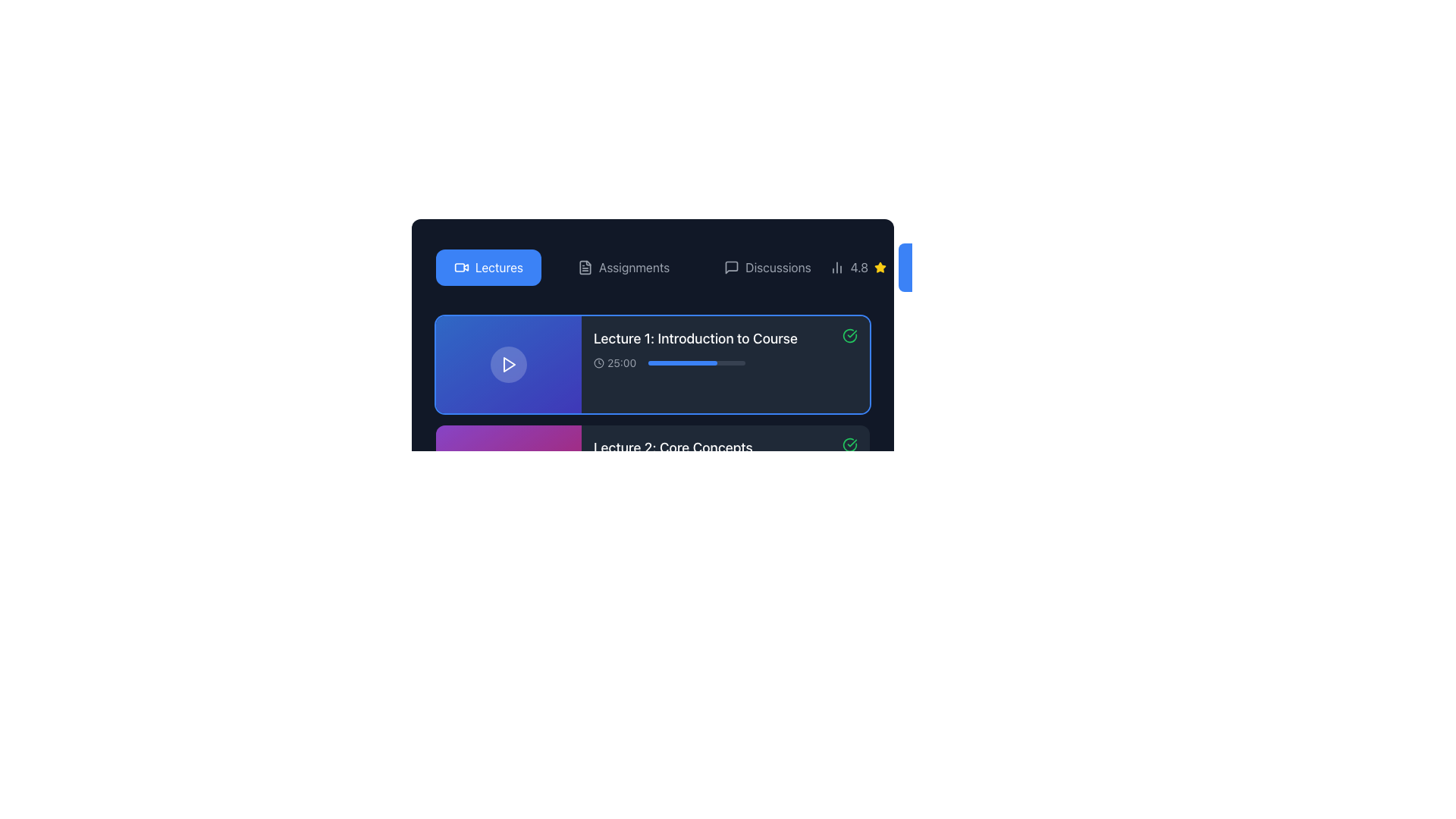  Describe the element at coordinates (673, 362) in the screenshot. I see `the slider` at that location.